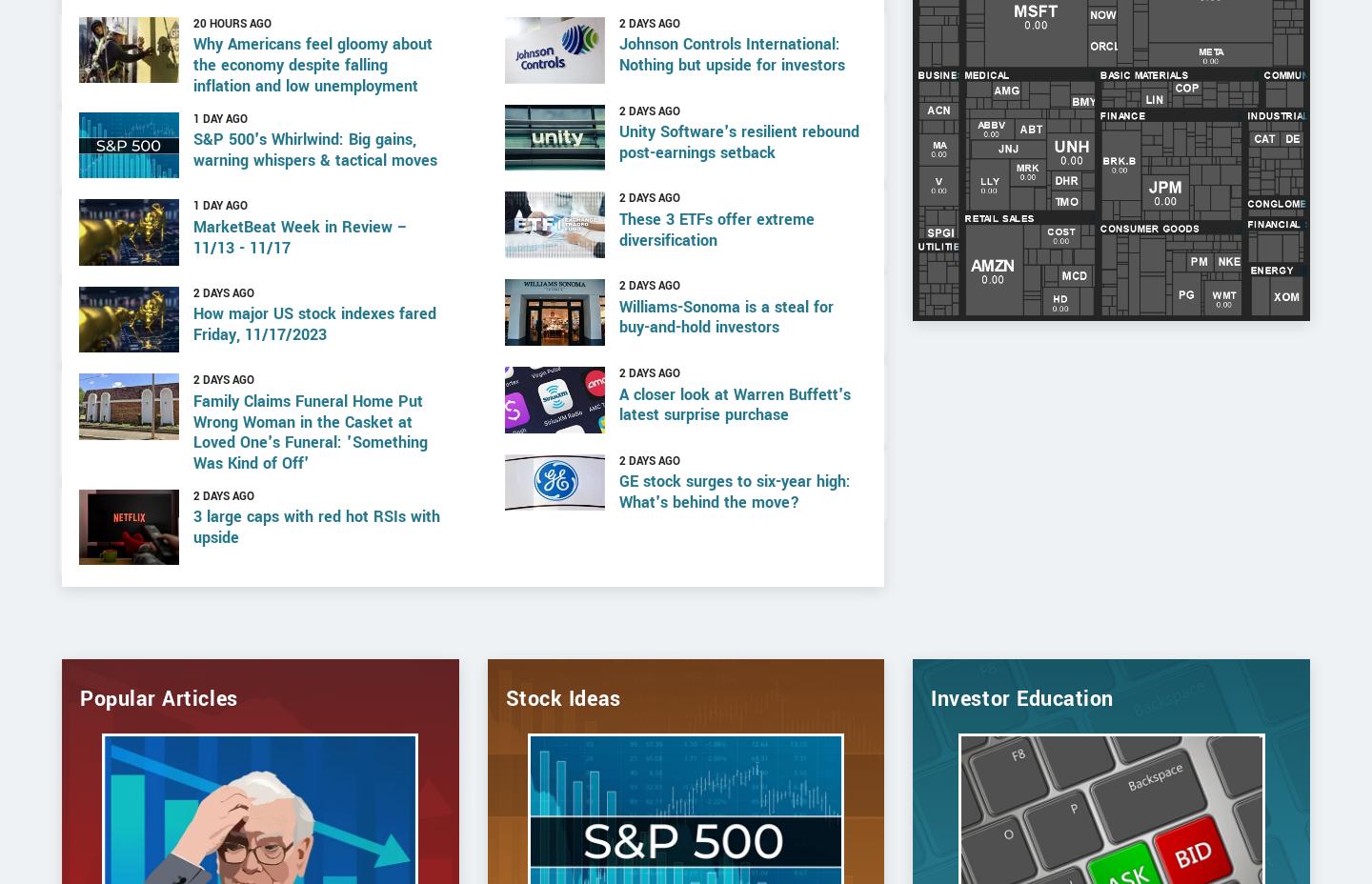 The width and height of the screenshot is (1372, 884). What do you see at coordinates (314, 385) in the screenshot?
I see `'How major US stock indexes fared Friday, 11/17/2023'` at bounding box center [314, 385].